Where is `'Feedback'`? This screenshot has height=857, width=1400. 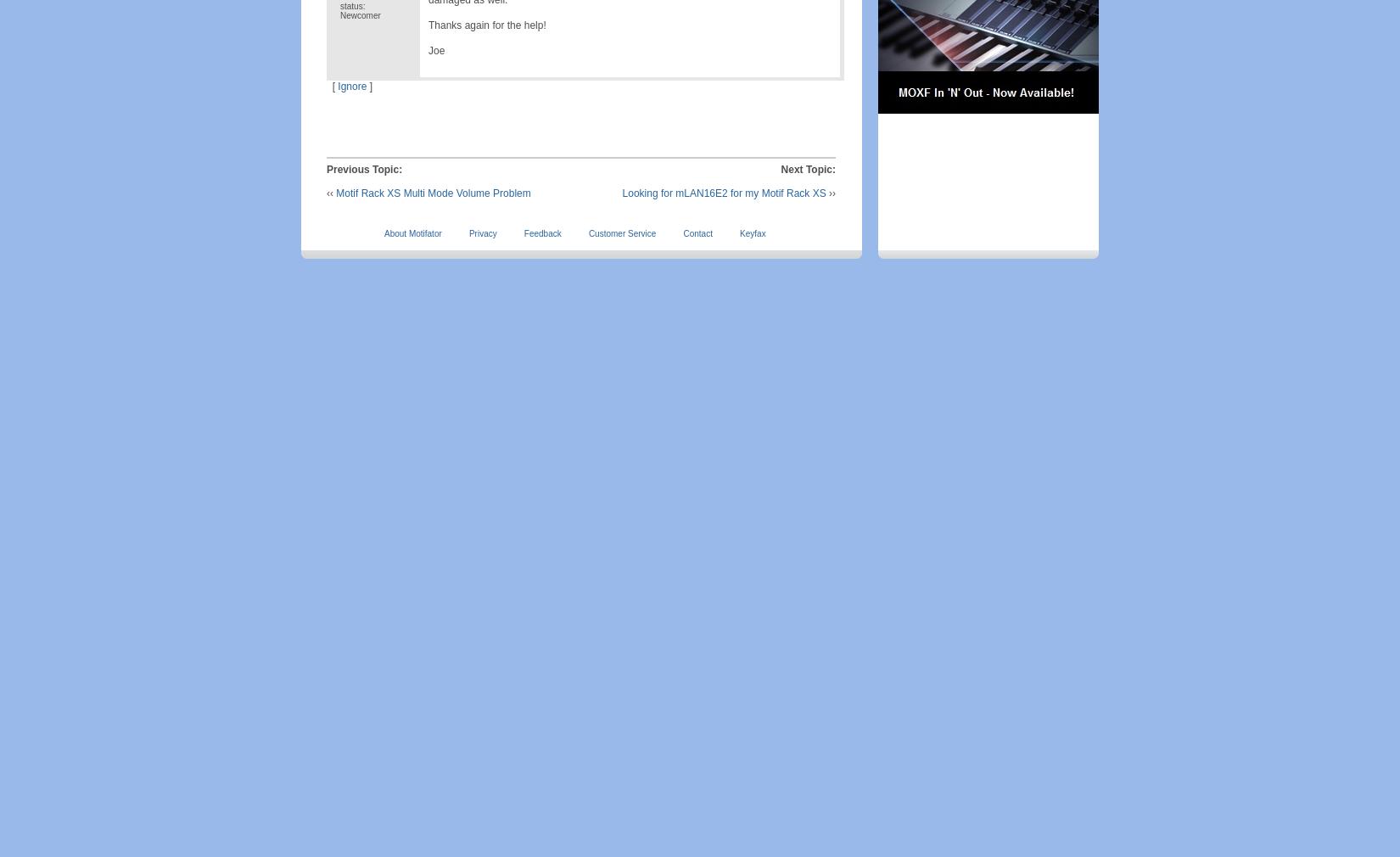 'Feedback' is located at coordinates (541, 233).